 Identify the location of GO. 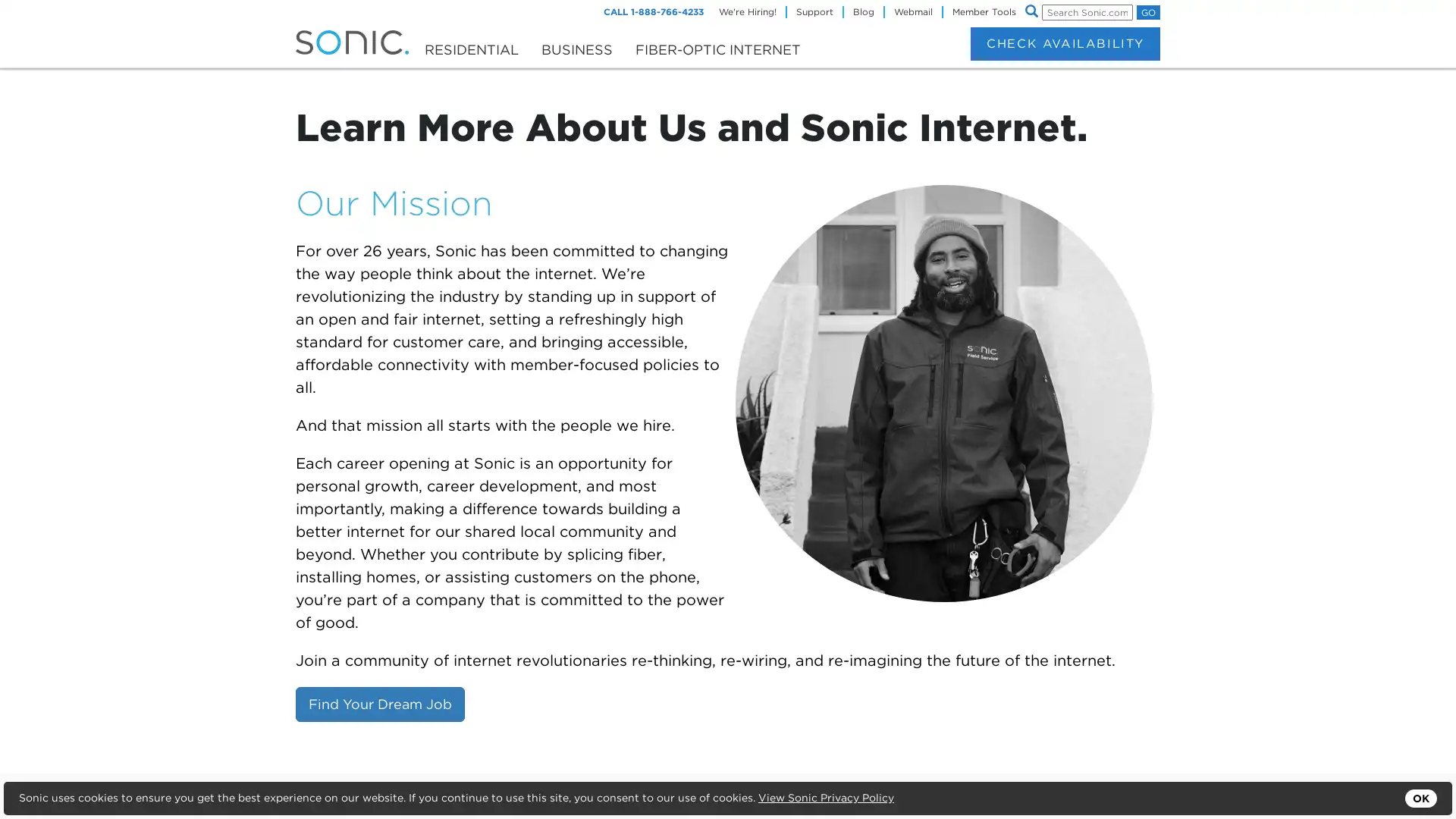
(1148, 12).